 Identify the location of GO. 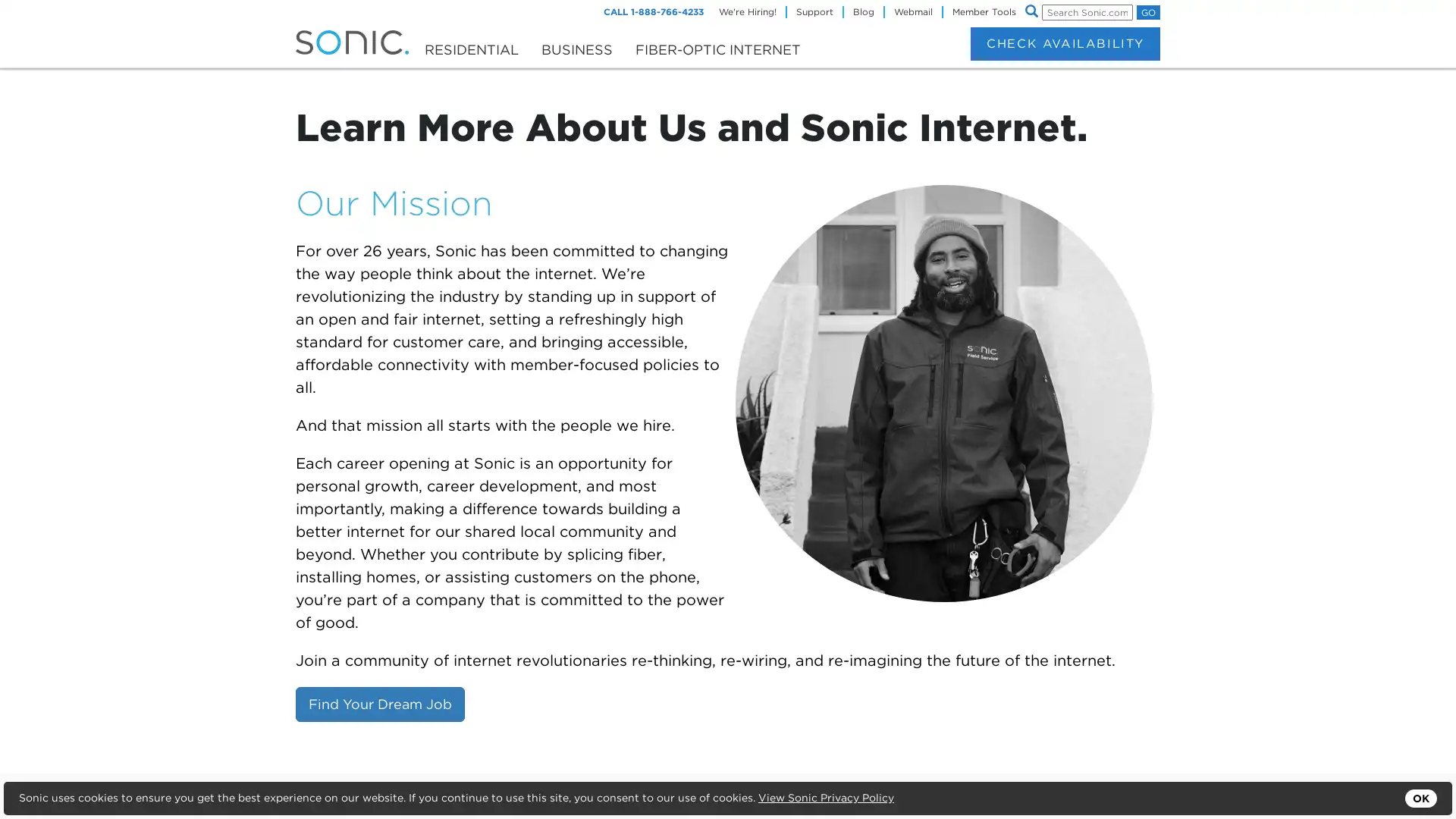
(1148, 12).